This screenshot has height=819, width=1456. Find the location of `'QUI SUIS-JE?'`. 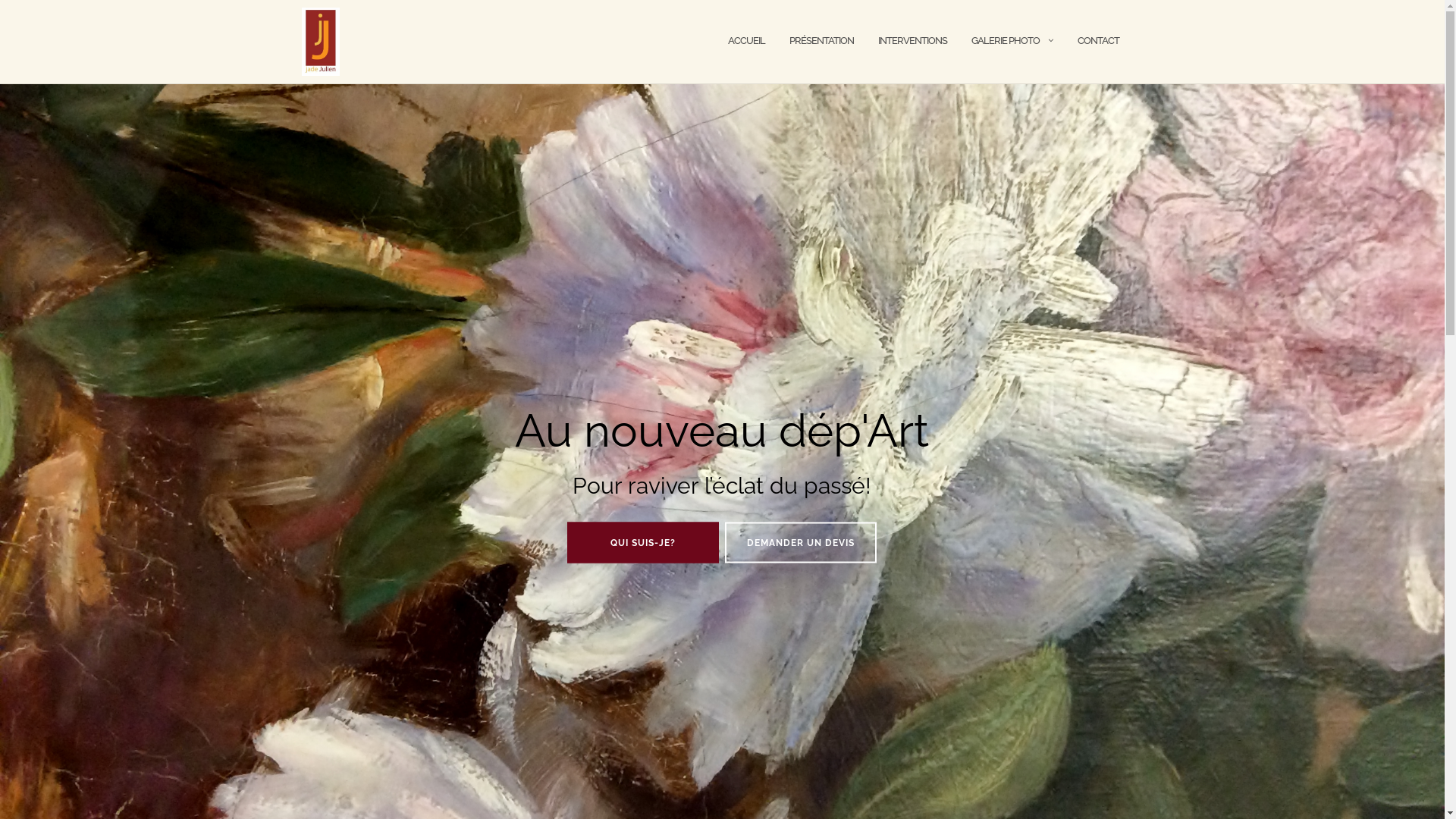

'QUI SUIS-JE?' is located at coordinates (643, 541).